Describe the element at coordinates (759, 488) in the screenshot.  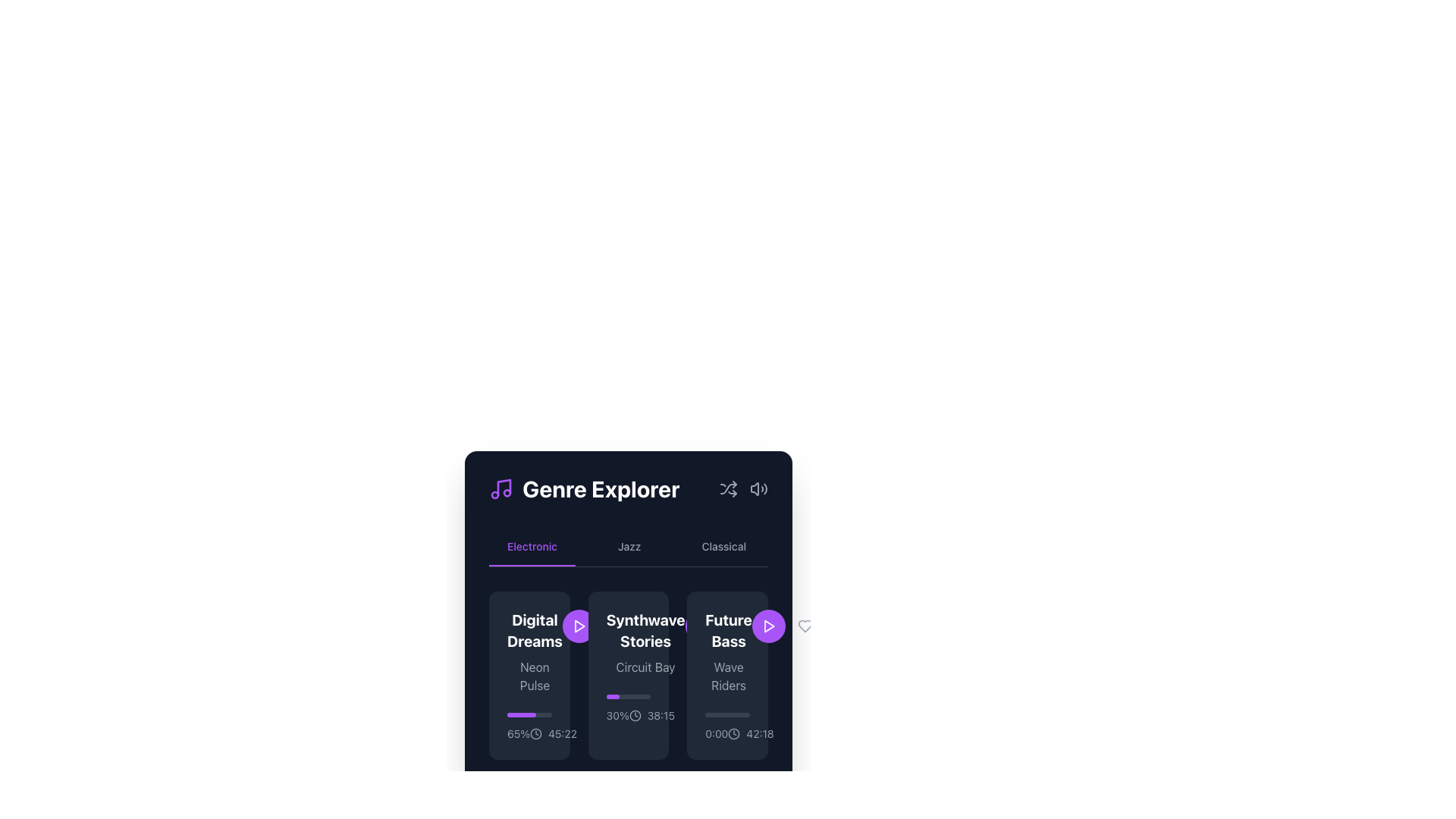
I see `the volume control icon button located in the top-right corner of the 'Genre Explorer' section` at that location.